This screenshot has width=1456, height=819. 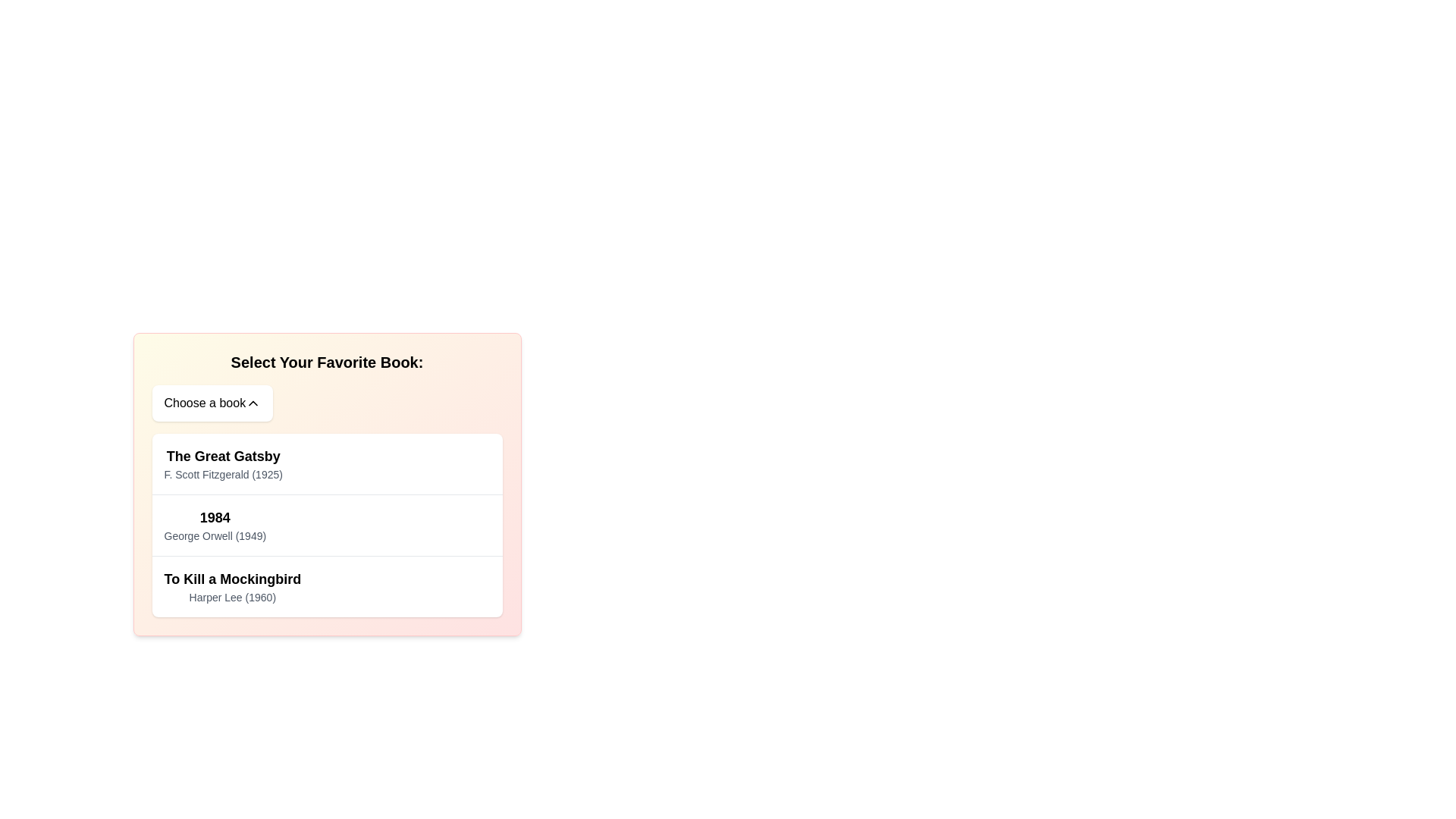 I want to click on the 'Choose a book' button, which is a white rectangular button with rounded corners, located below the title 'Select Your Favorite Book:', for focus, so click(x=212, y=403).